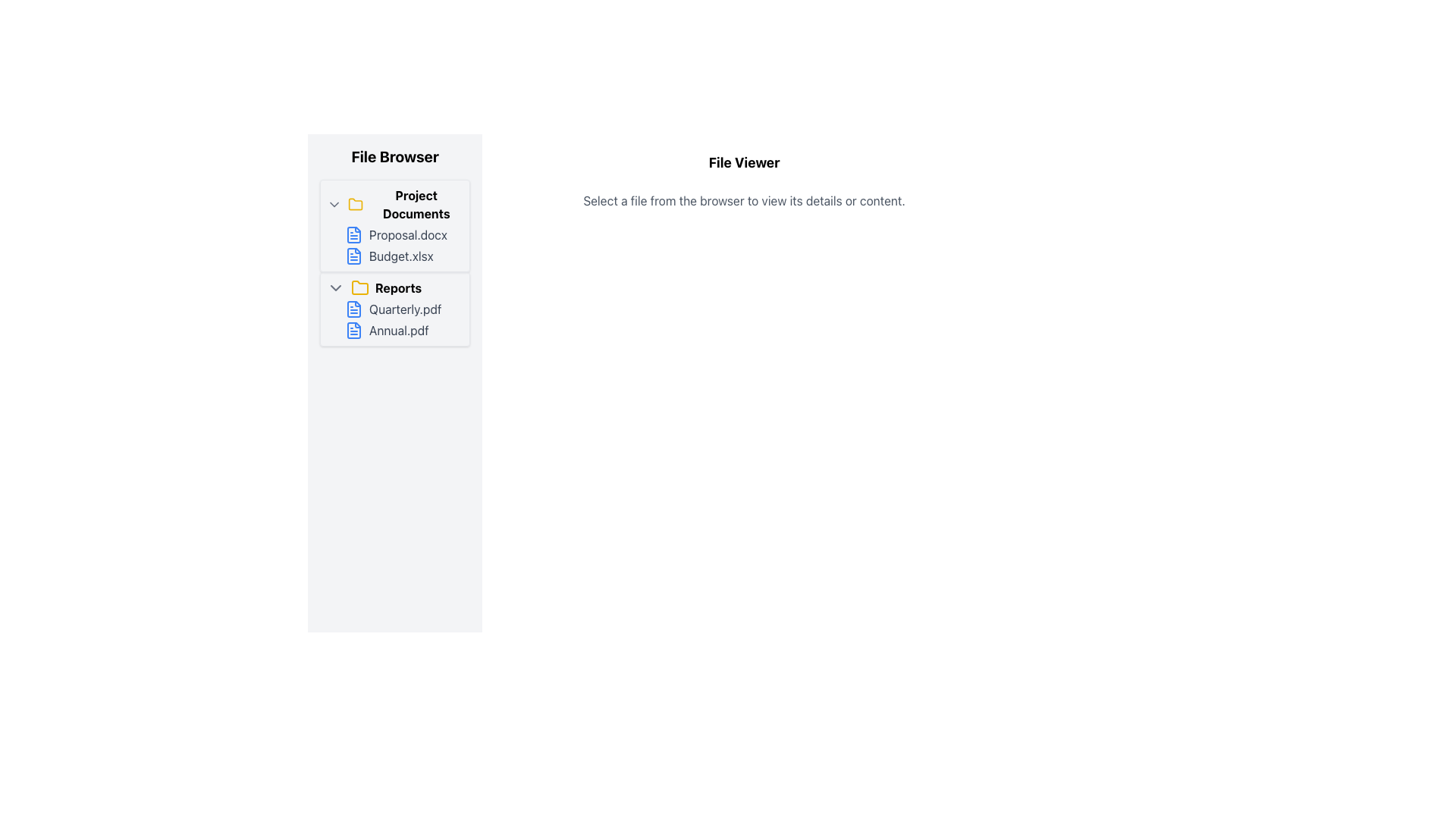 This screenshot has width=1456, height=819. I want to click on the text of the 'Budget.xlsx' file entry item, which is the second item under the 'Project Documents' section of the file browser, so click(404, 256).